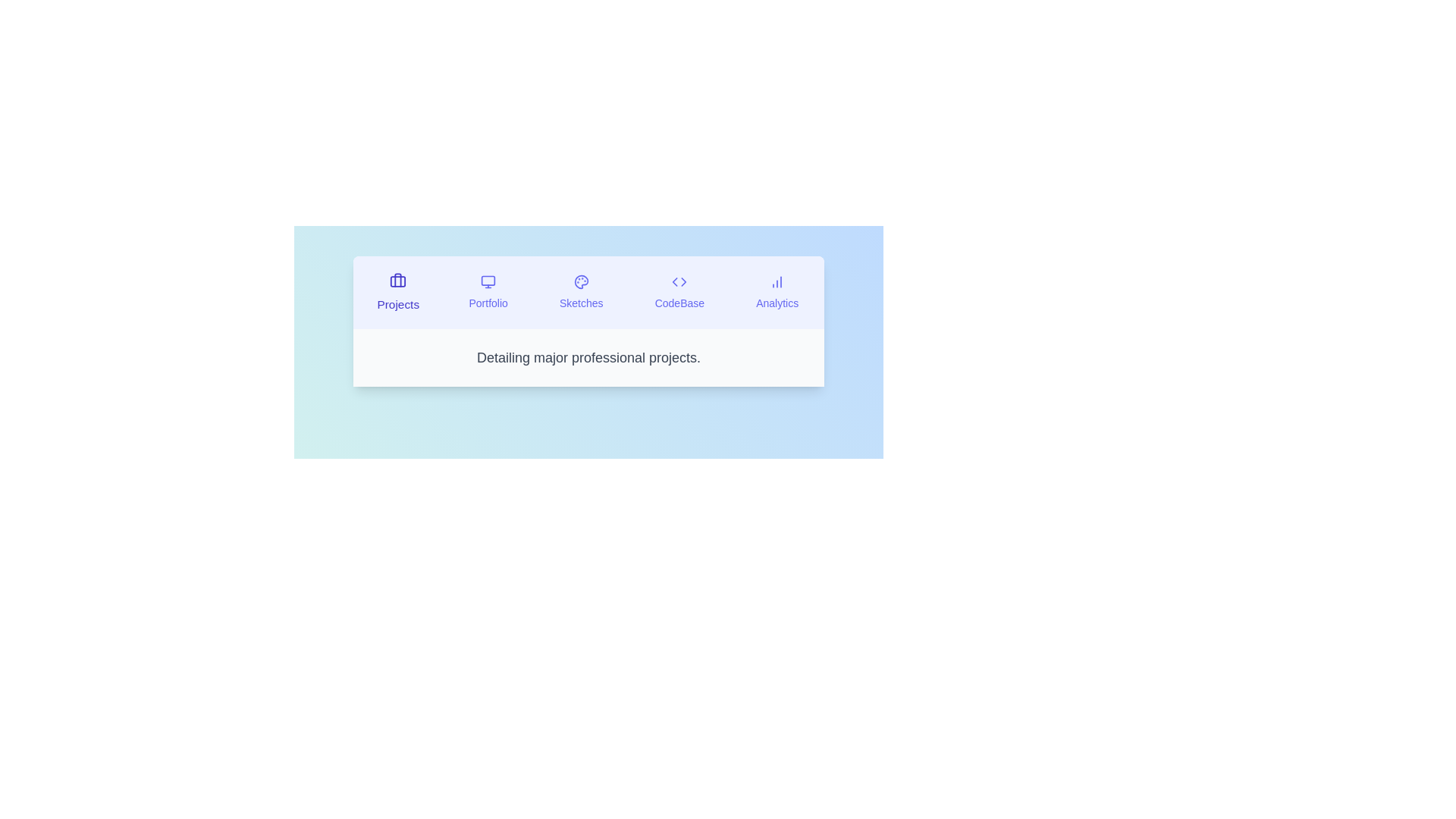 This screenshot has width=1456, height=819. I want to click on the tab labeled Sketches to observe visual changes, so click(580, 292).